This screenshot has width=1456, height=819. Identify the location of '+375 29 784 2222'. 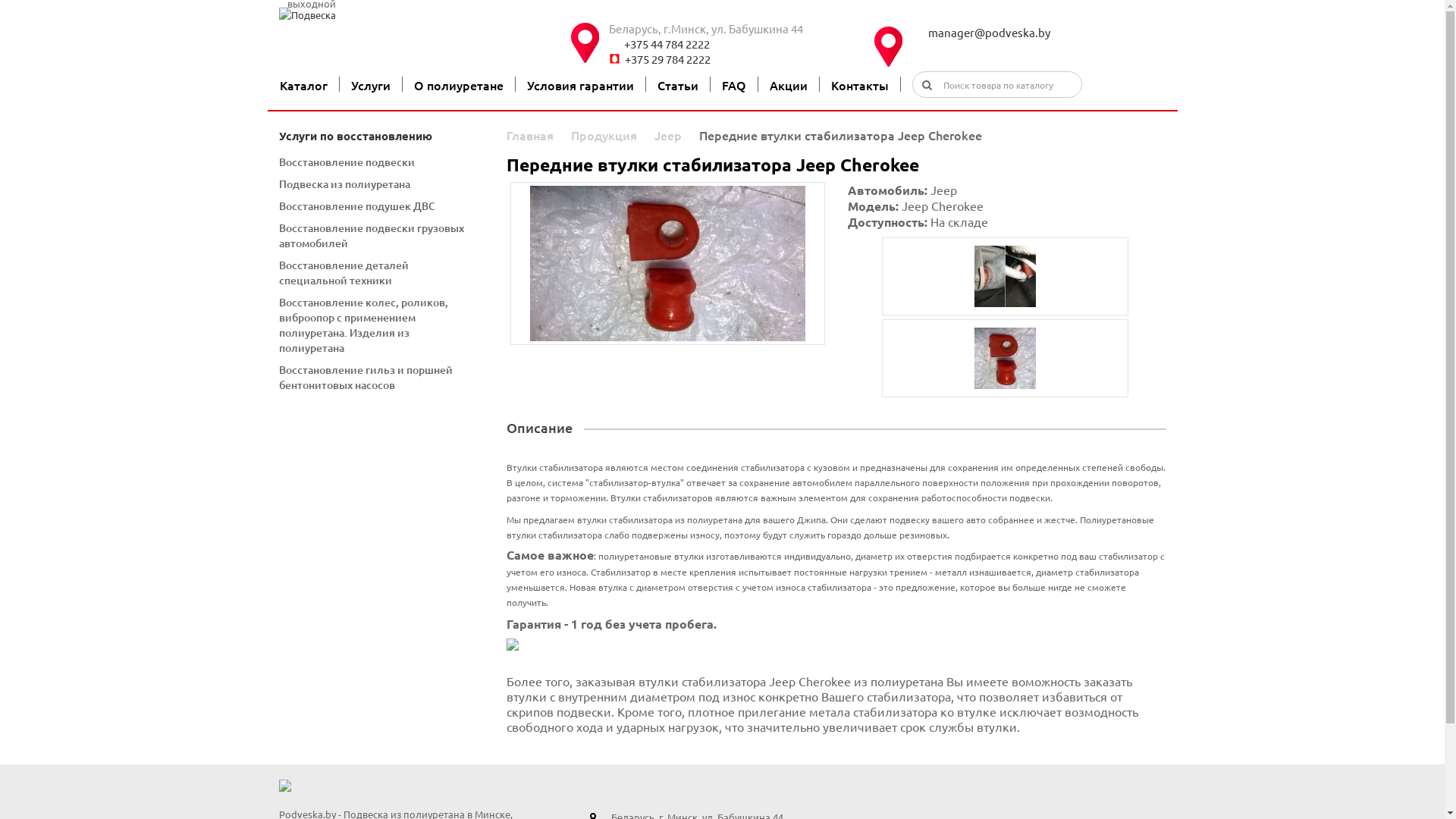
(741, 58).